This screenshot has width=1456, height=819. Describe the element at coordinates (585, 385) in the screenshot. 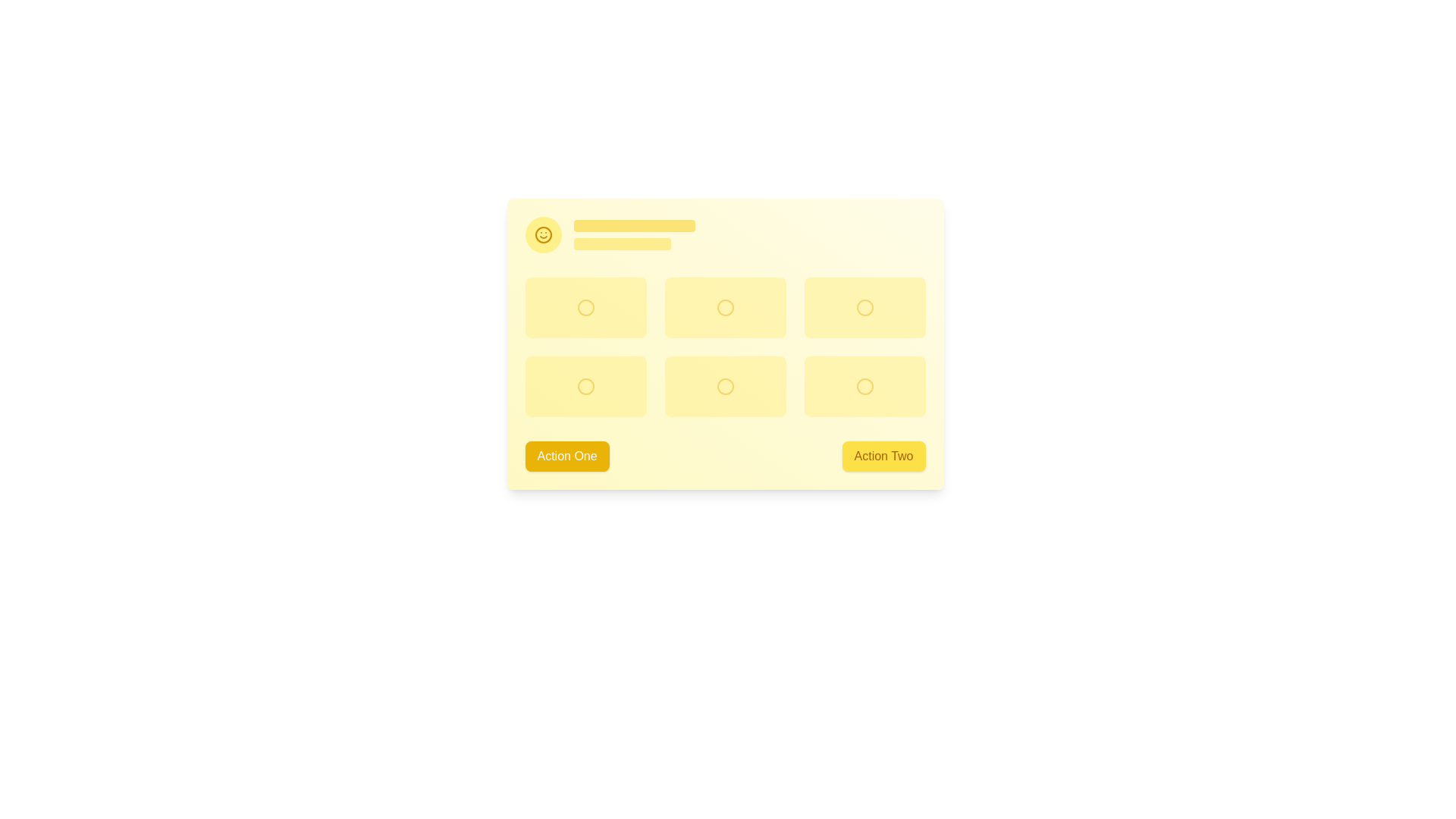

I see `the SVG Circle element located in the second row and the first column of the grid layout, serving as a visual icon or placeholder` at that location.